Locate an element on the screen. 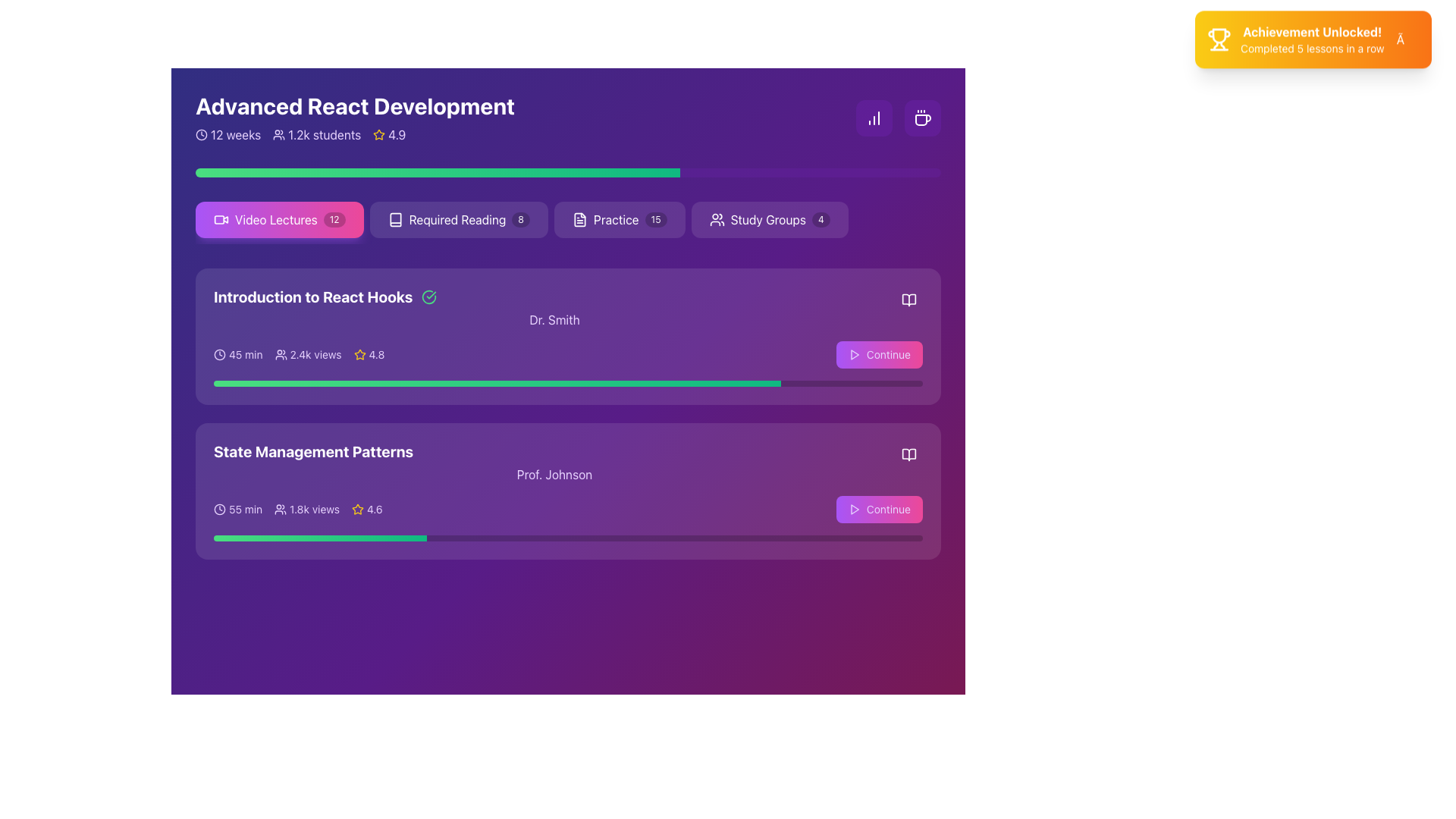 Image resolution: width=1456 pixels, height=819 pixels. the achievement icon located in the top-right corner of the notification that indicates 'Achievement Unlocked! Completed 5 lessons in a row.' is located at coordinates (1219, 41).